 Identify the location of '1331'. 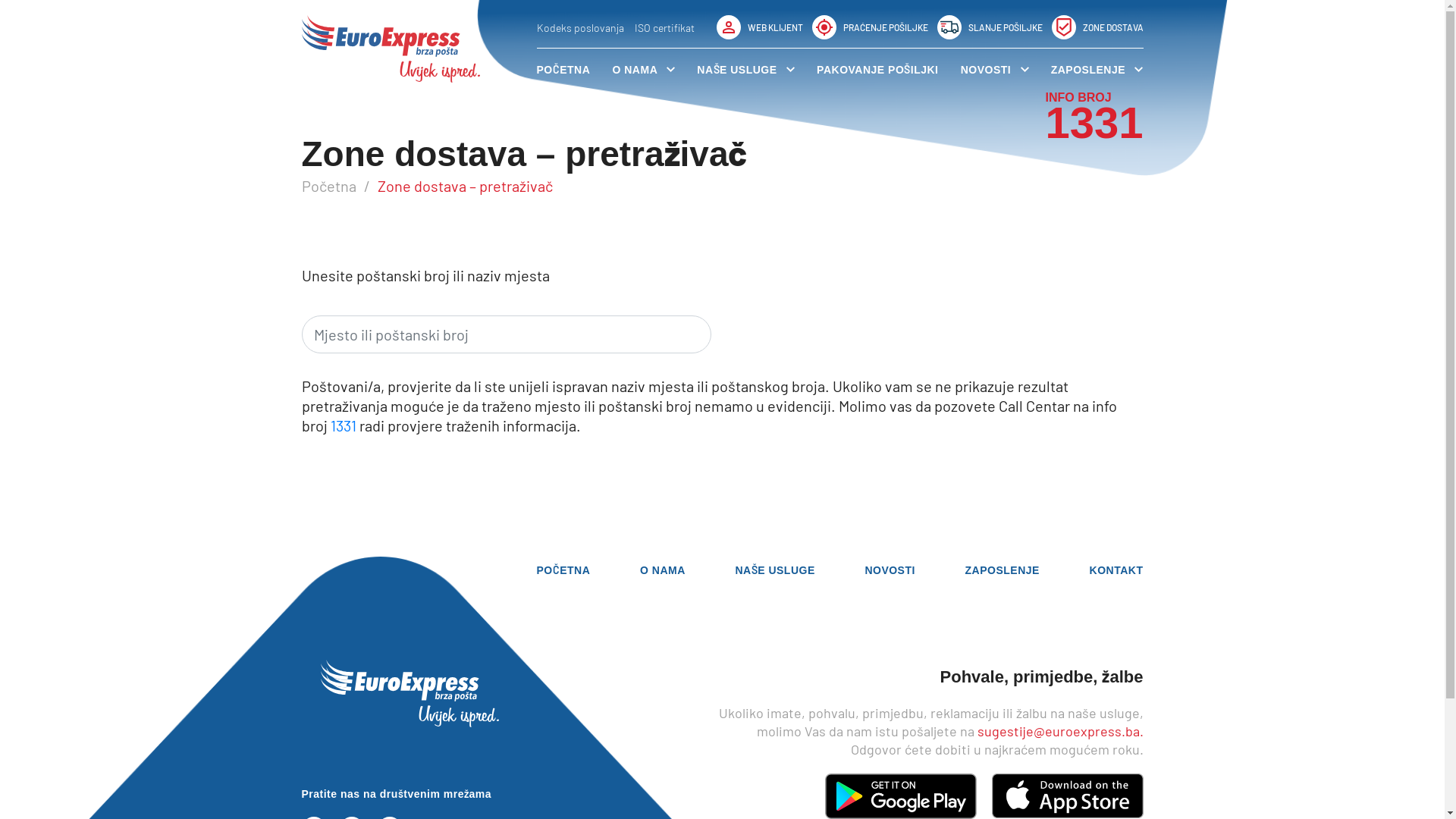
(330, 425).